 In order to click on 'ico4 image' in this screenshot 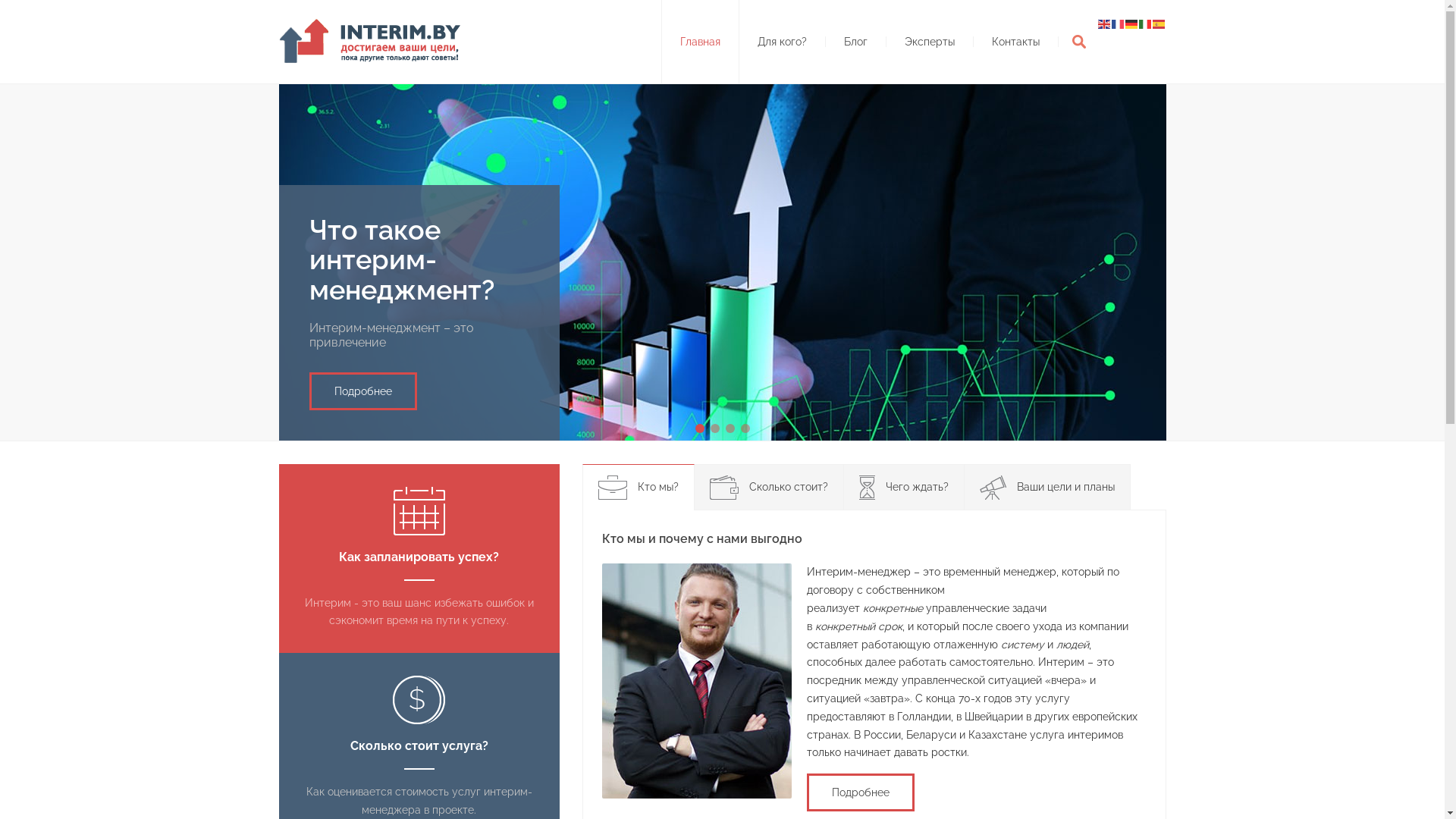, I will do `click(979, 488)`.